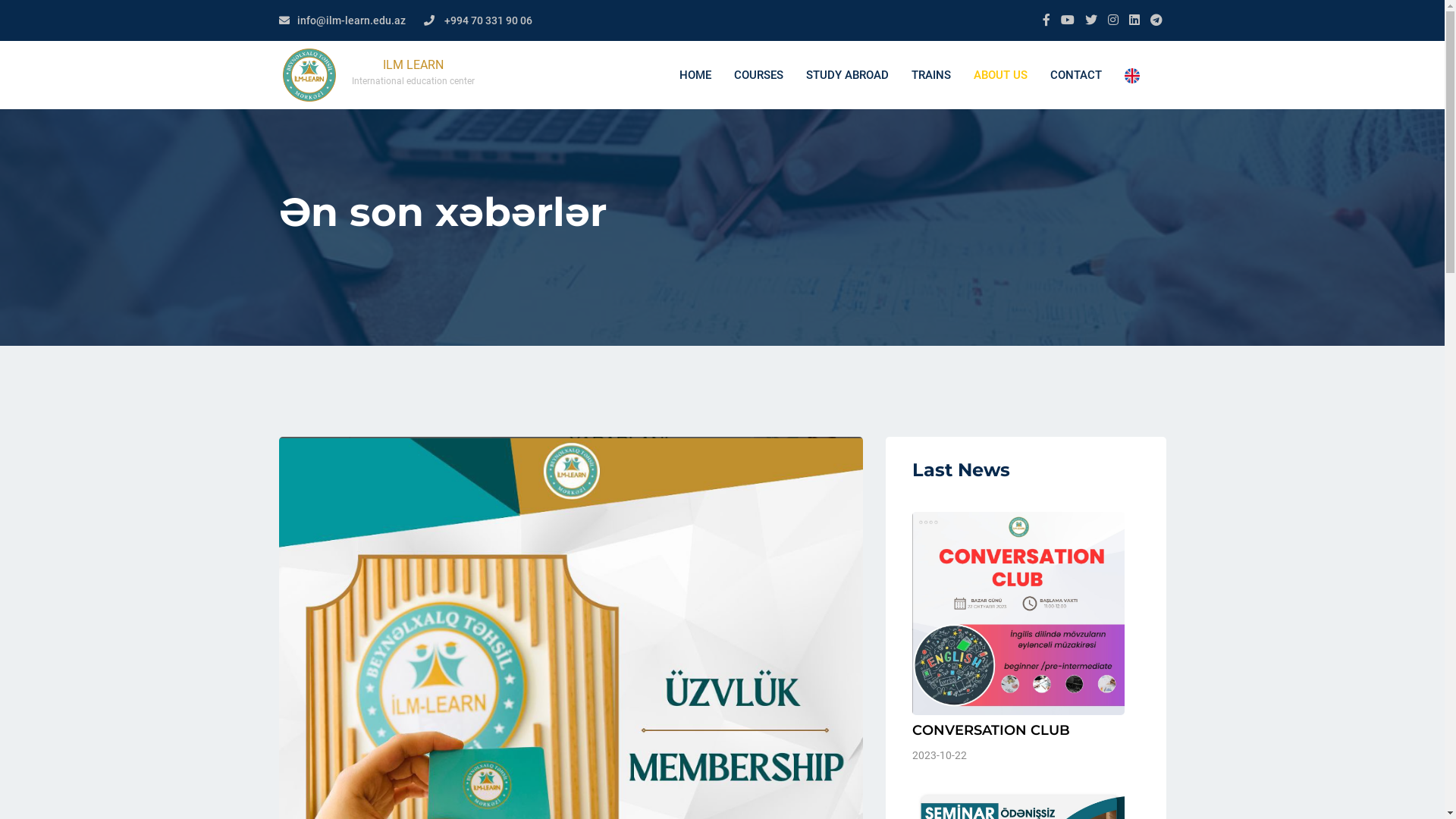  Describe the element at coordinates (1025, 638) in the screenshot. I see `'CONVERSATION CLUB` at that location.